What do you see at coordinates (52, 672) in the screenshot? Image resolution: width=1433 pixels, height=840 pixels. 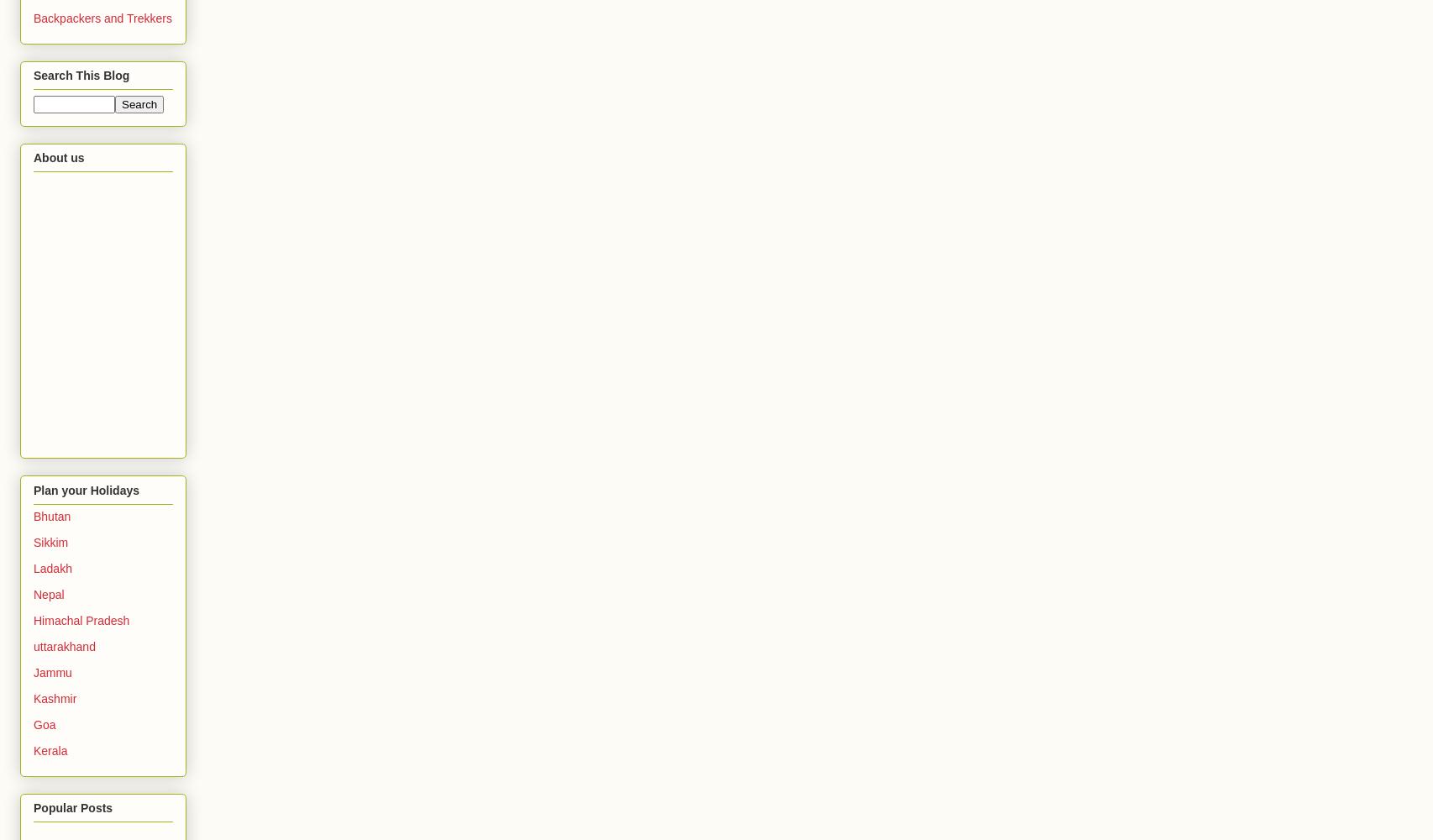 I see `'Jammu'` at bounding box center [52, 672].